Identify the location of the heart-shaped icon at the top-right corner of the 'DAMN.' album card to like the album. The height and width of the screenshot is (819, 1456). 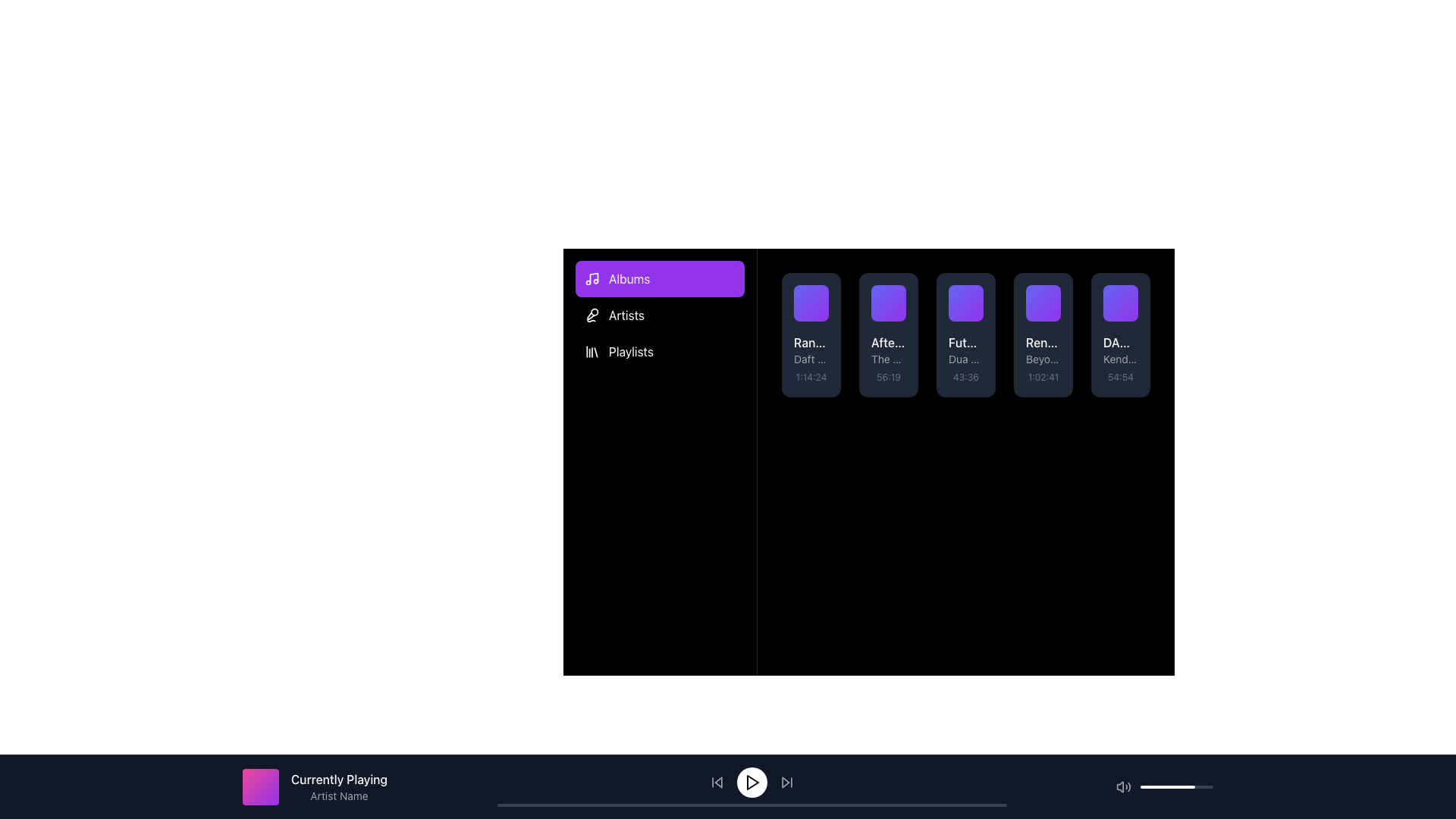
(1128, 294).